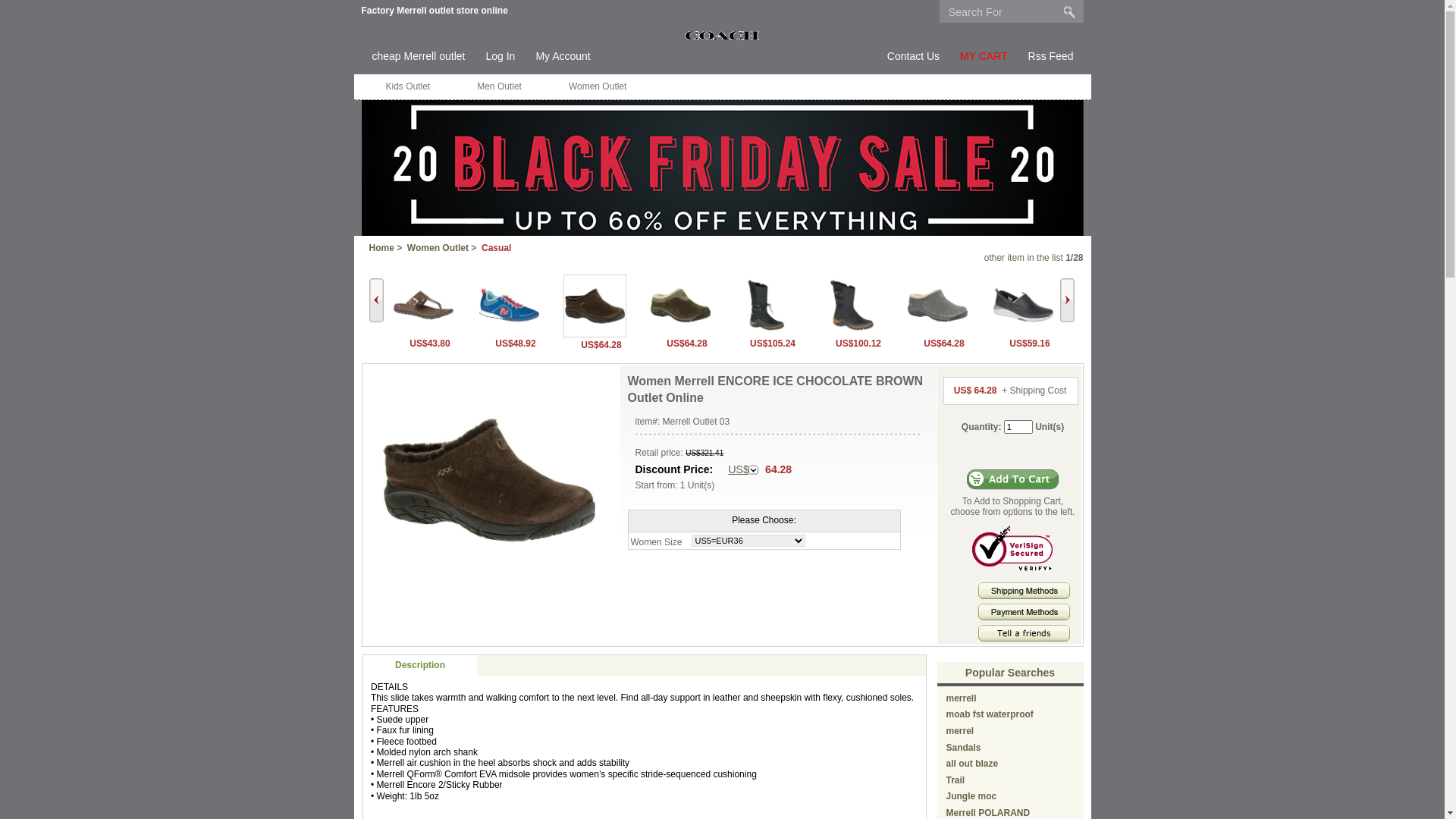 Image resolution: width=1456 pixels, height=819 pixels. I want to click on 'Home', so click(381, 247).